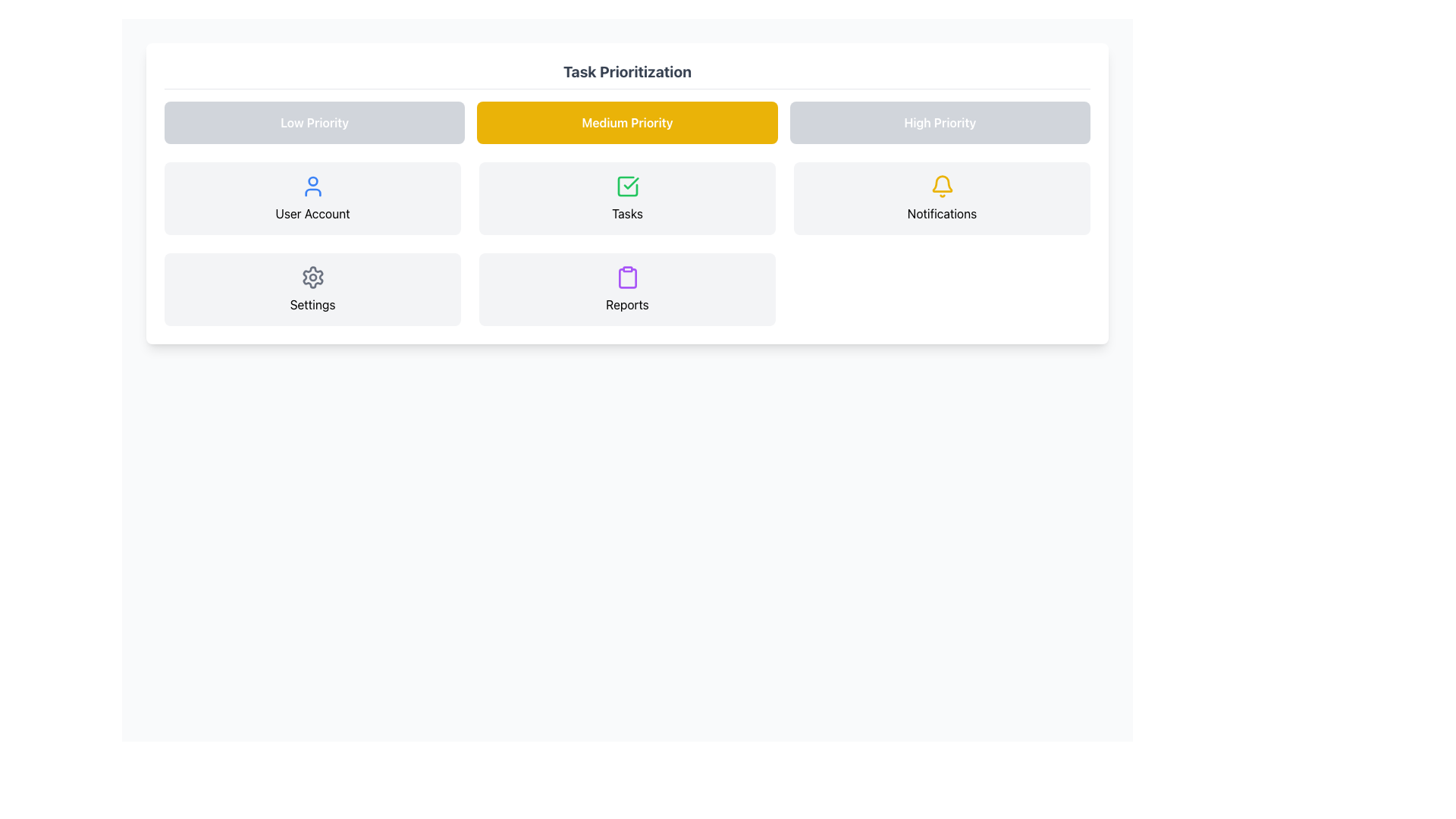 The width and height of the screenshot is (1456, 819). I want to click on the 'Settings' icon located in the bottom-left section of the task prioritization grid interface, so click(312, 278).